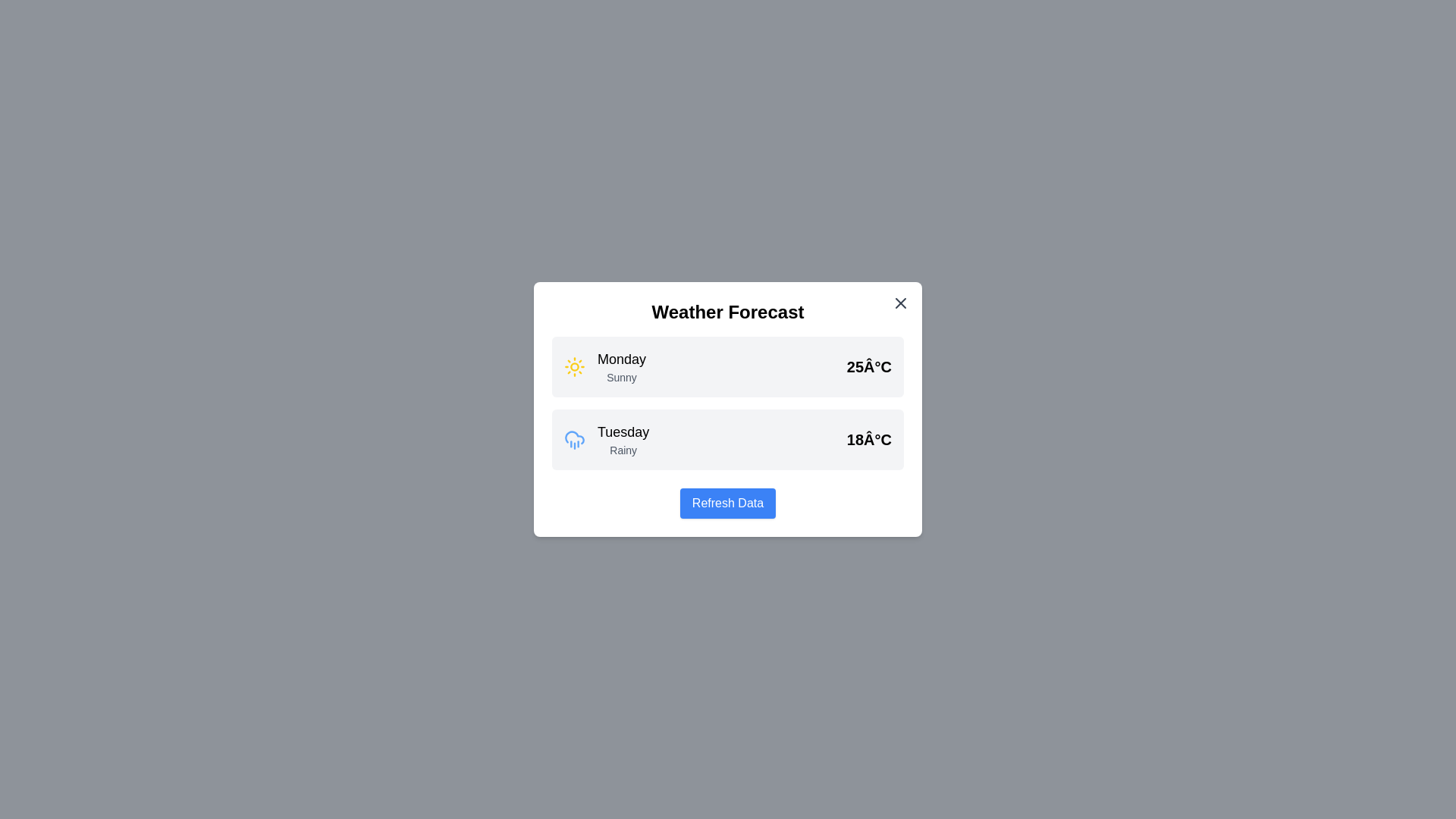  What do you see at coordinates (623, 450) in the screenshot?
I see `the text label 'Rainy' displayed in a small, gray font, located below 'Tuesday' in the weather forecast interface` at bounding box center [623, 450].